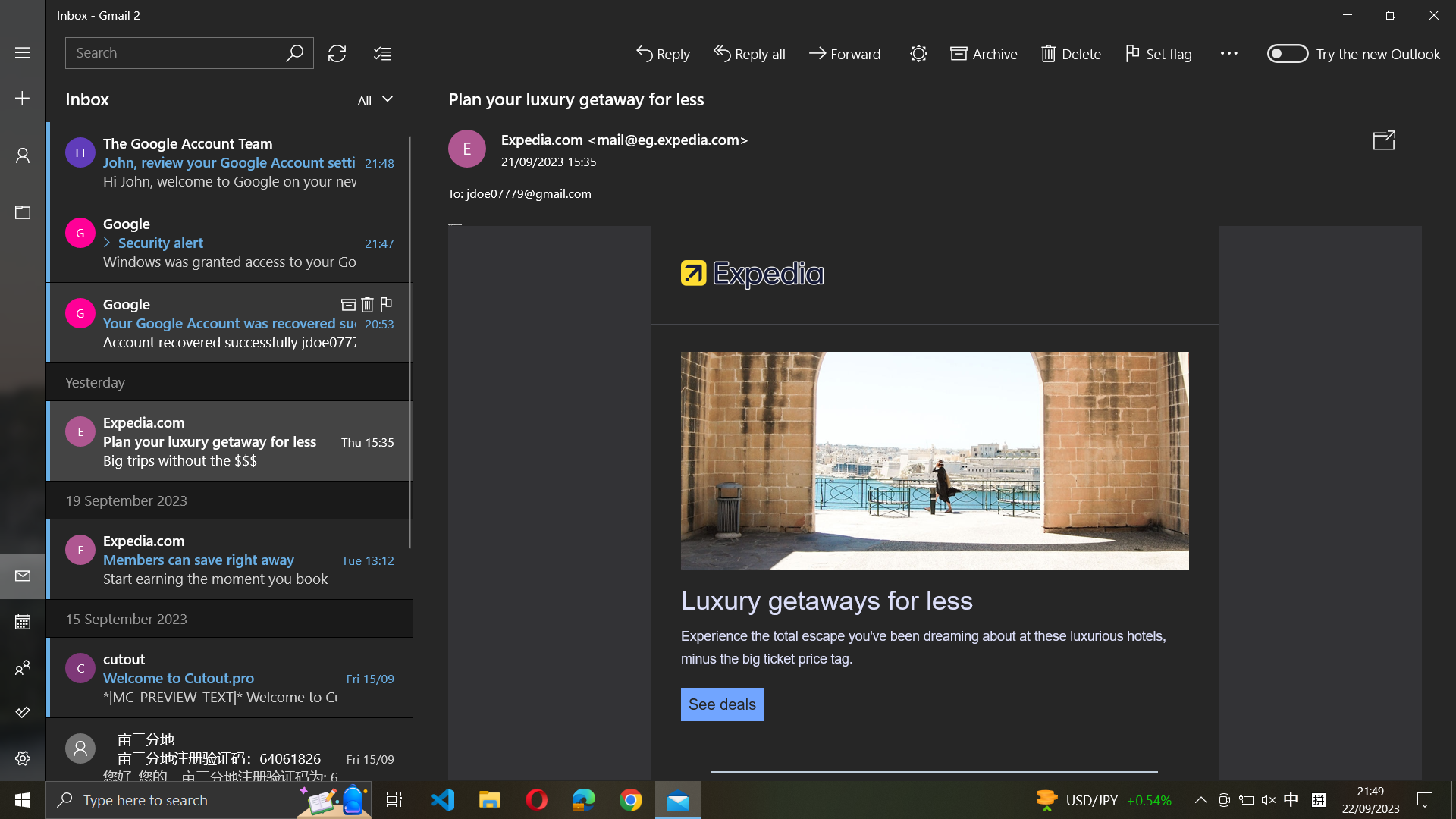 This screenshot has width=1456, height=819. I want to click on Send the active email to the archive, so click(982, 51).